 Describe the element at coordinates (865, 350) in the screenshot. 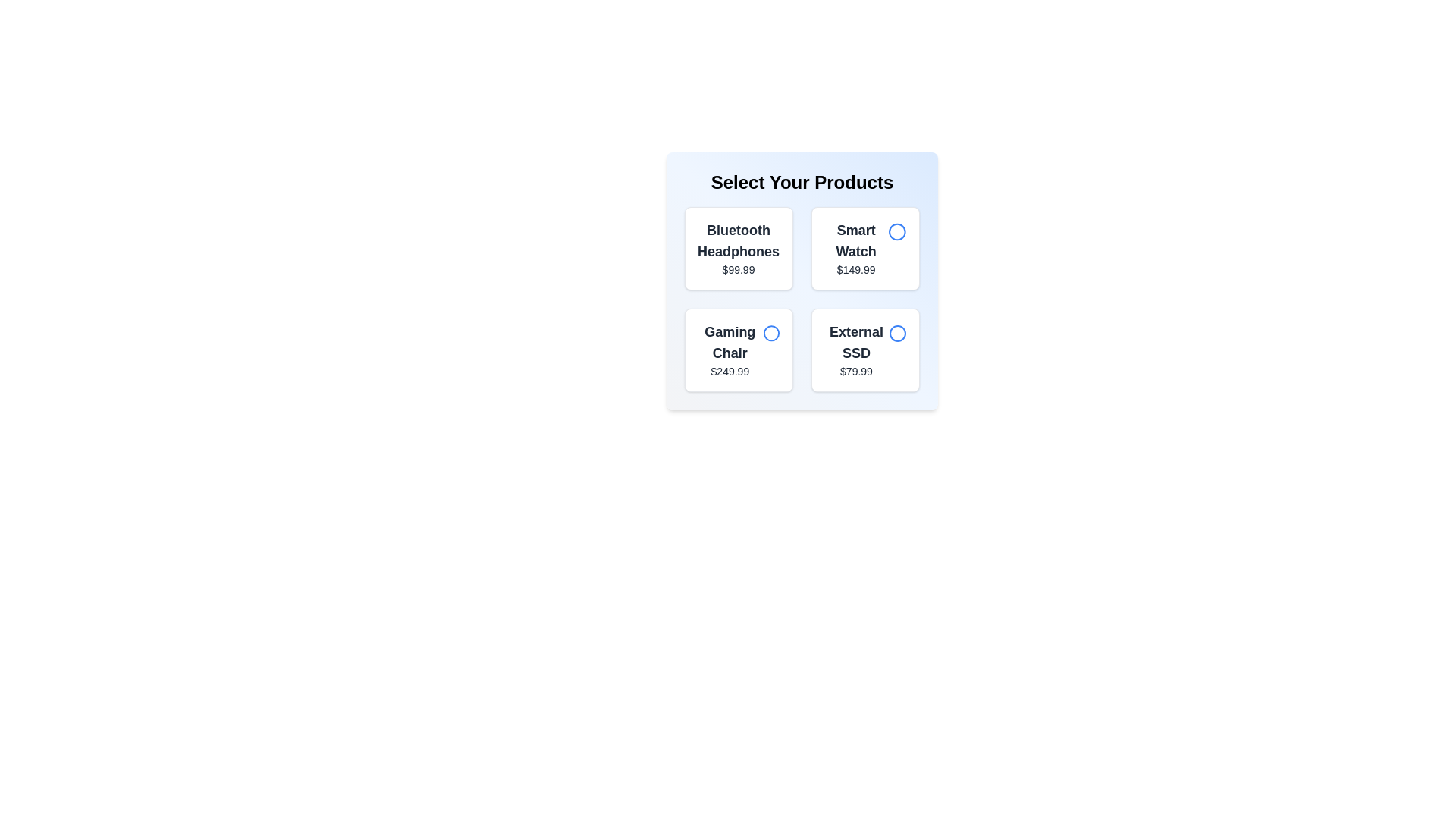

I see `the product card for External SSD` at that location.